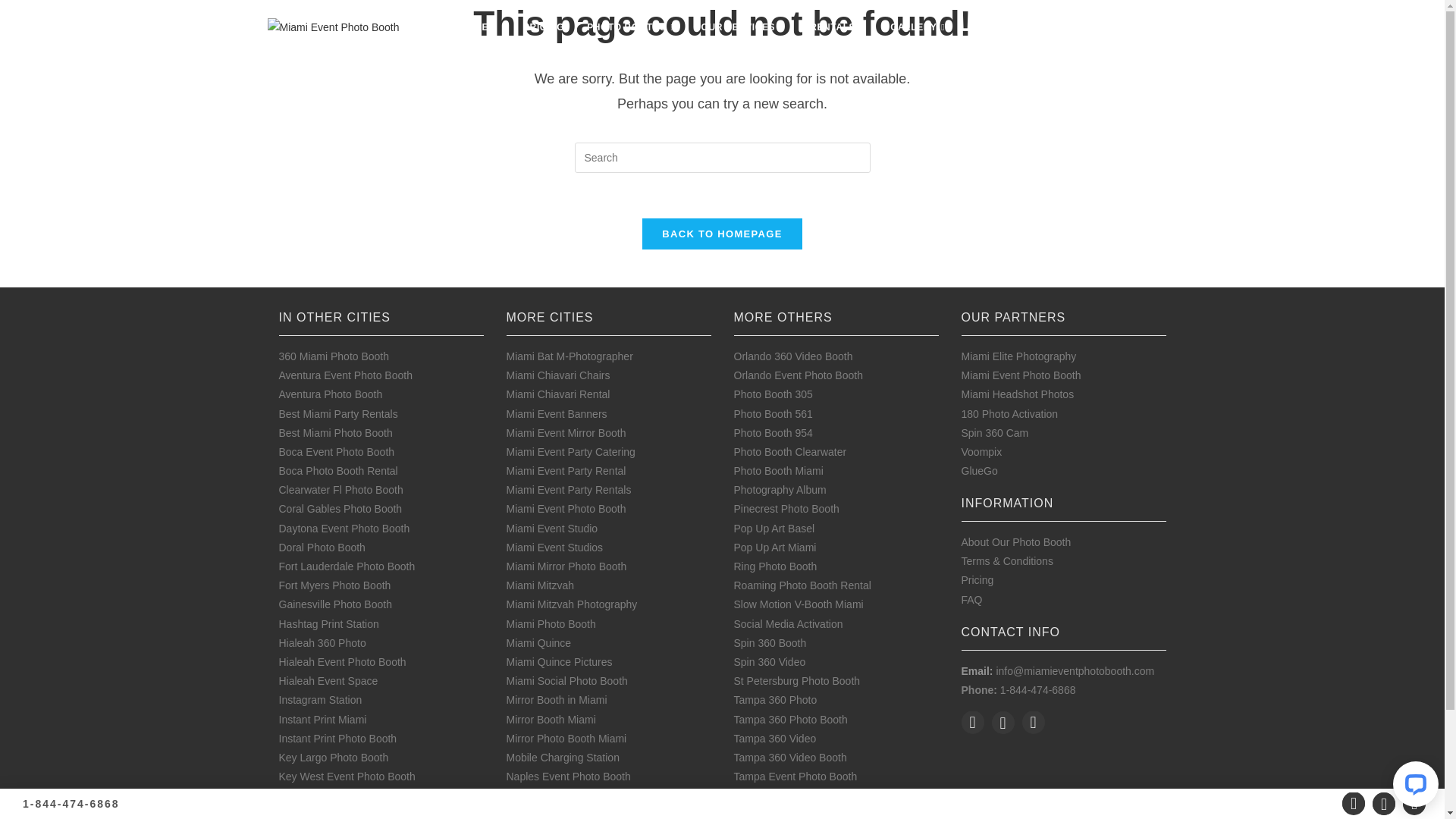 The image size is (1456, 819). Describe the element at coordinates (337, 414) in the screenshot. I see `'Best Miami Party Rentals'` at that location.